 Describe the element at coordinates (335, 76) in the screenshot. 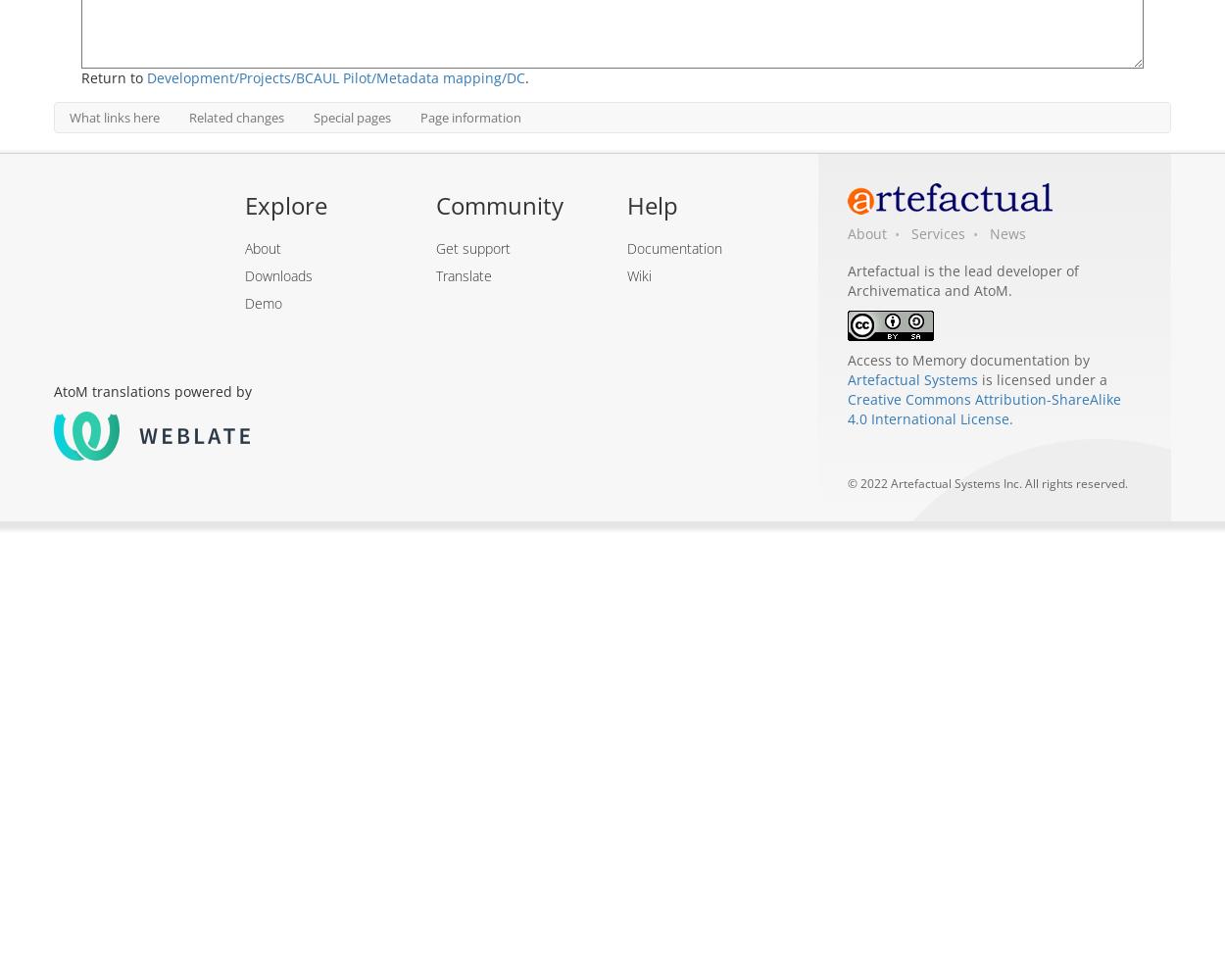

I see `'Development/Projects/BCAUL Pilot/Metadata mapping/DC'` at that location.